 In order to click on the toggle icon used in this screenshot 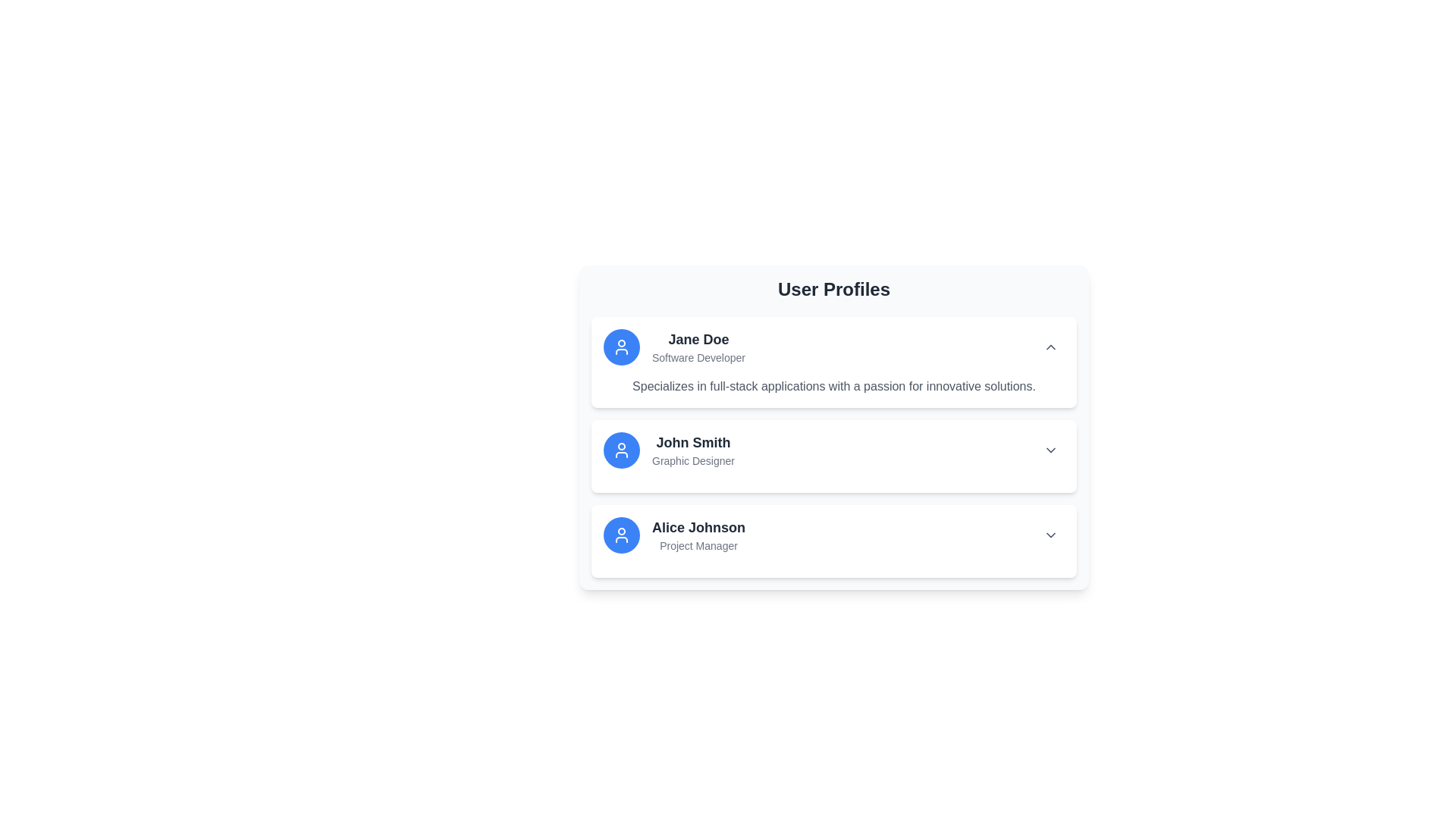, I will do `click(1050, 534)`.